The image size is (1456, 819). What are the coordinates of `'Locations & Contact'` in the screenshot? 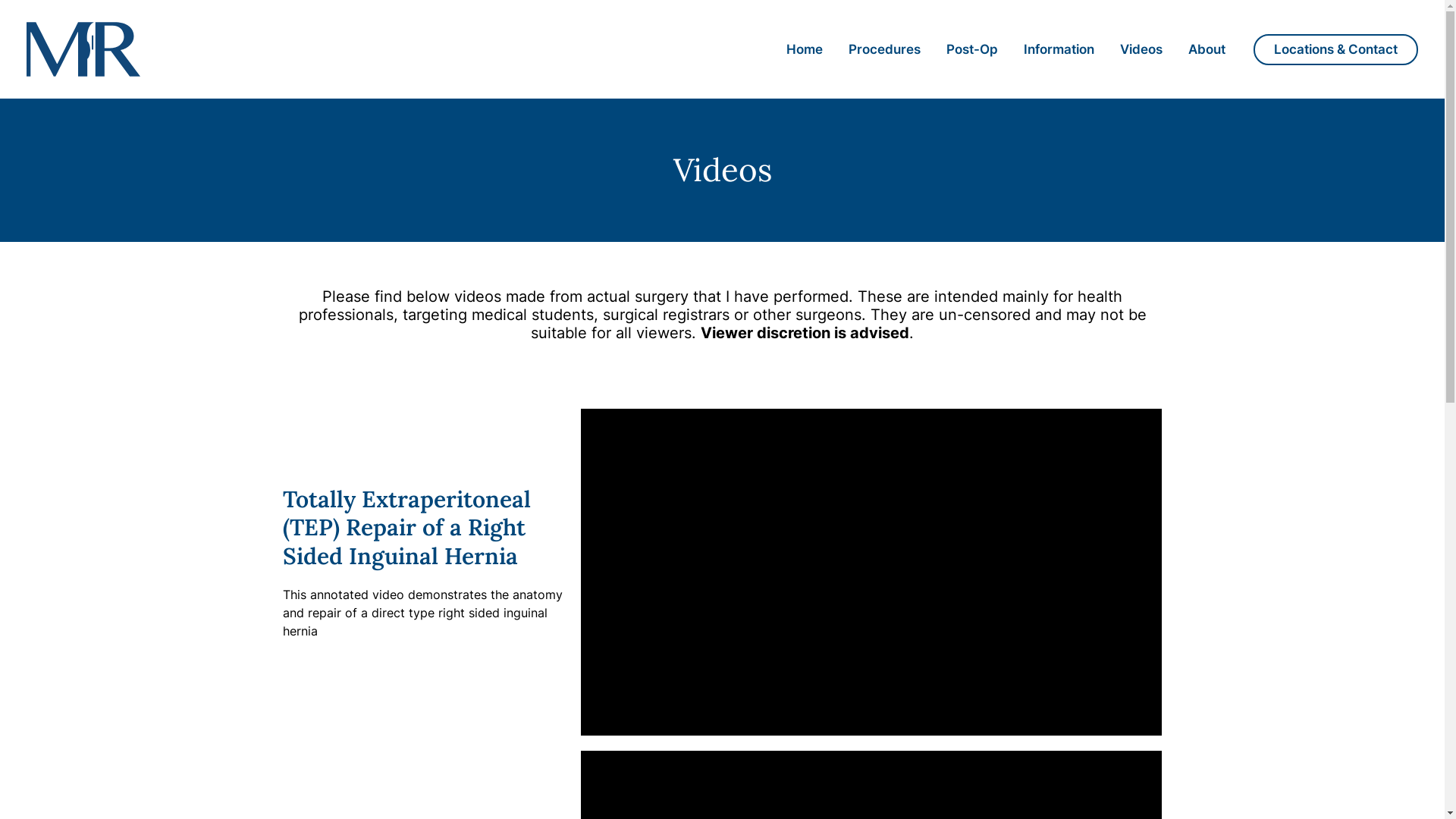 It's located at (1335, 48).